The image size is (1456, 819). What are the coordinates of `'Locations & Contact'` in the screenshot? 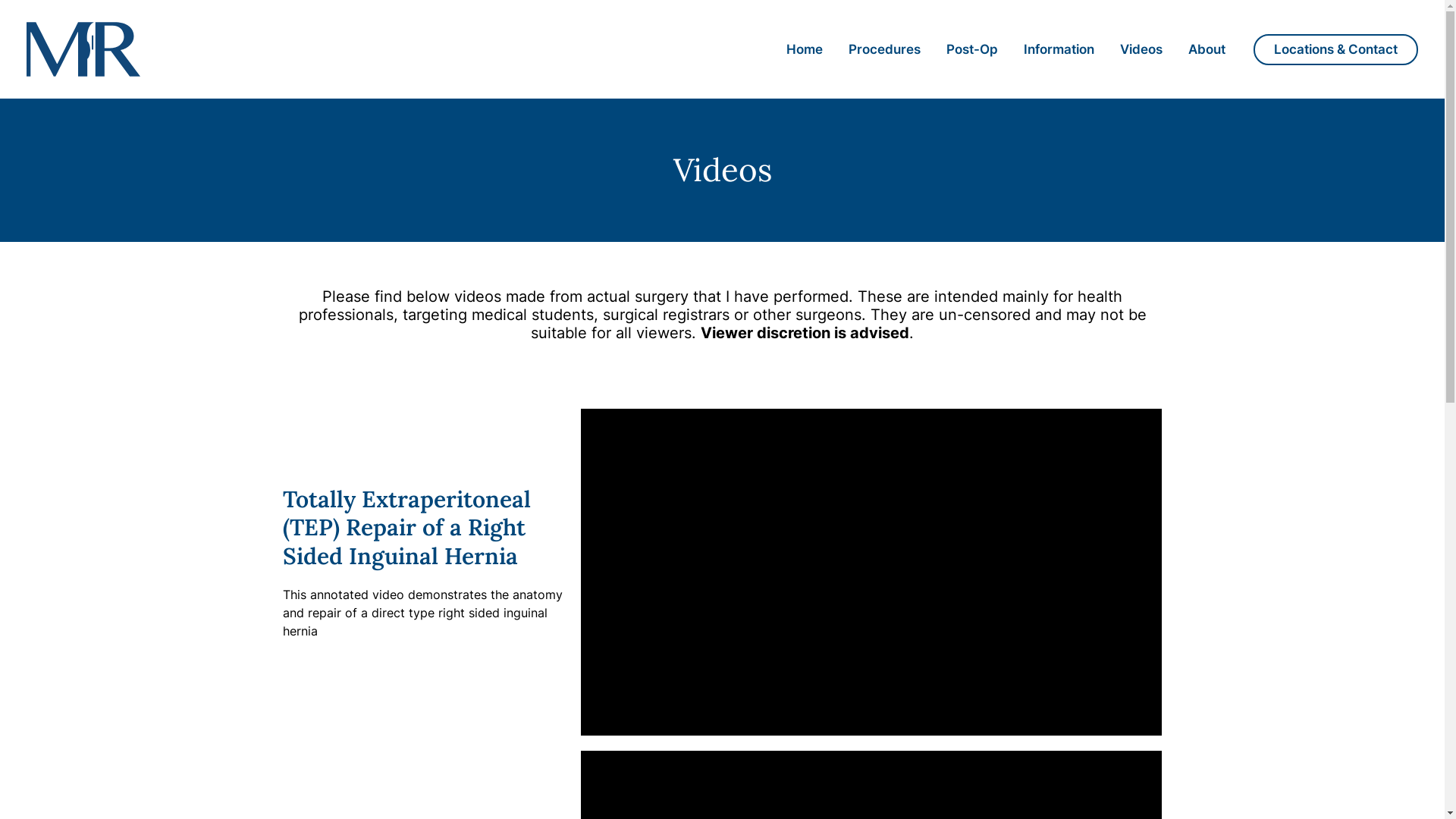 It's located at (1335, 48).